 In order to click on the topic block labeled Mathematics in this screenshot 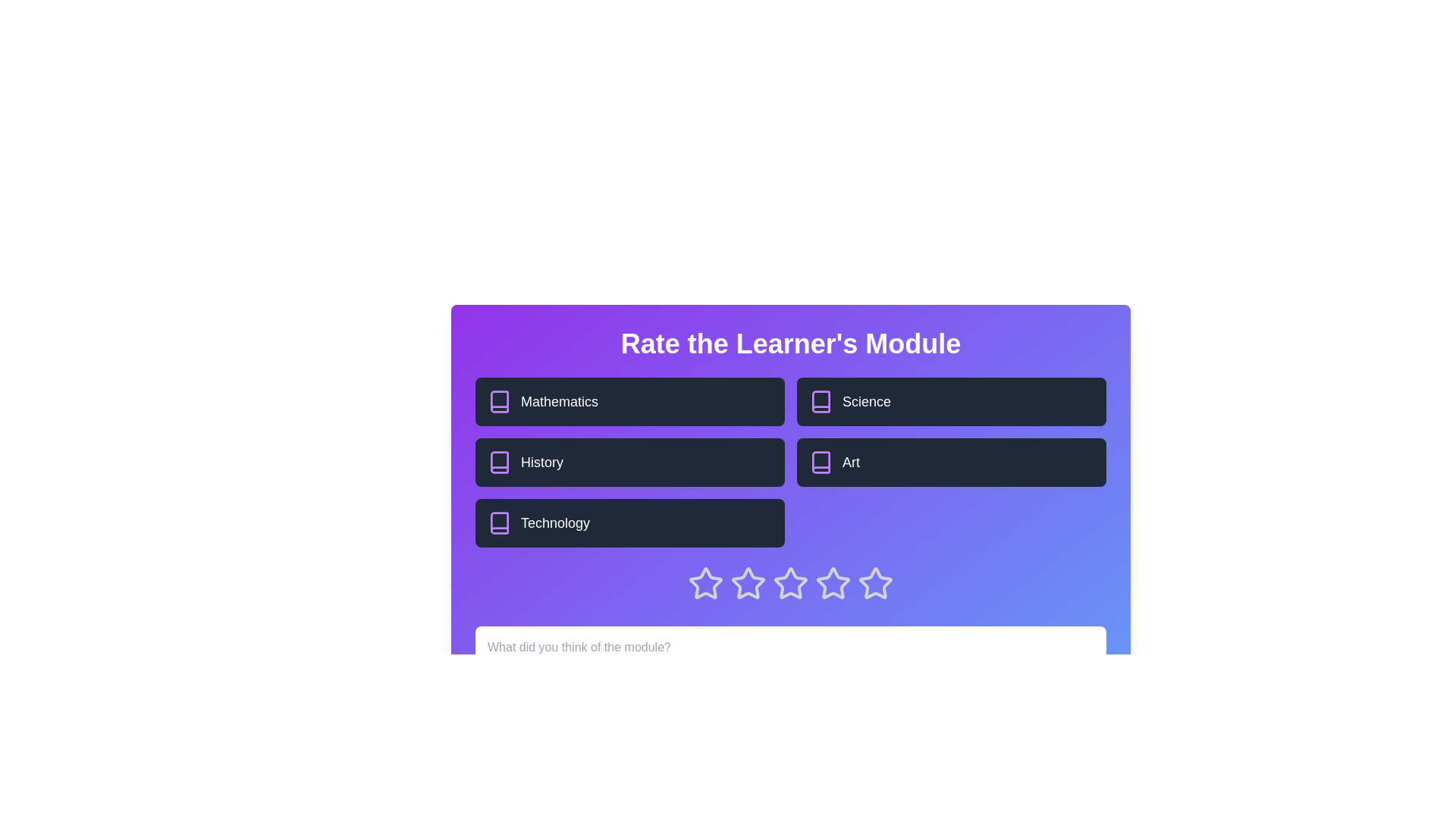, I will do `click(629, 400)`.